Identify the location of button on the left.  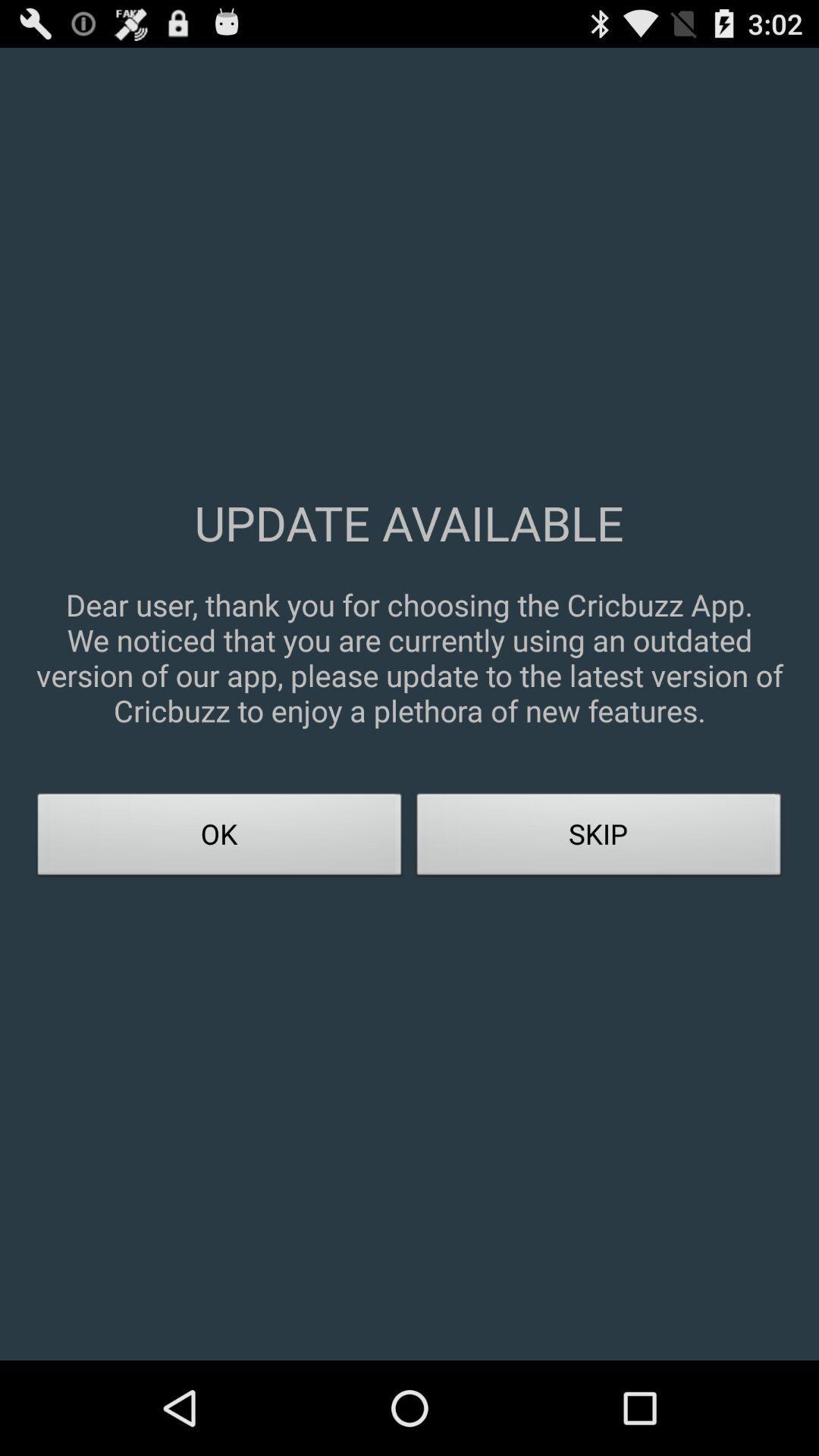
(219, 838).